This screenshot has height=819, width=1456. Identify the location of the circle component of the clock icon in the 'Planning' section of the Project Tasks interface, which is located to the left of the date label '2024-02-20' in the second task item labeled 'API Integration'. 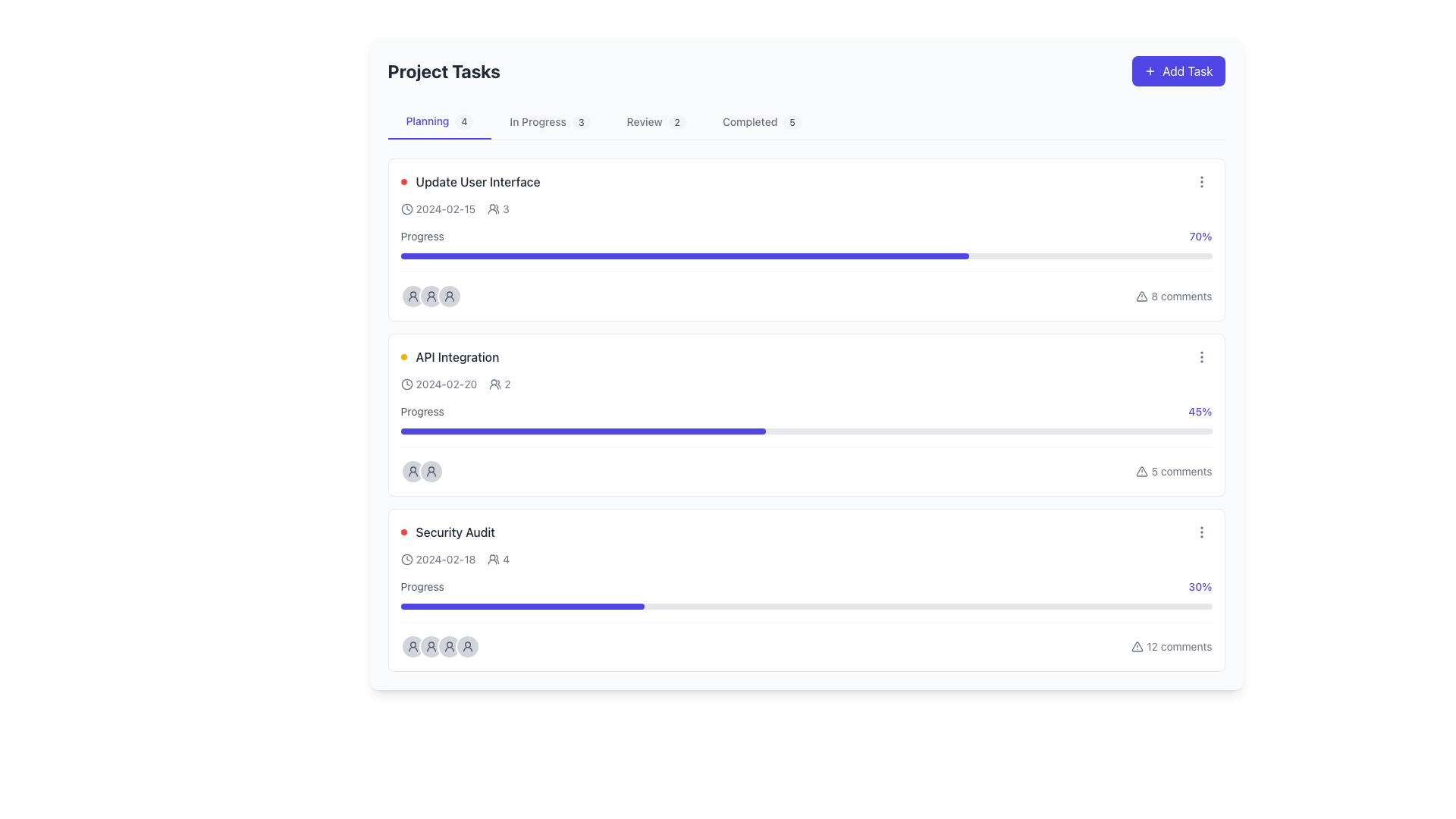
(406, 209).